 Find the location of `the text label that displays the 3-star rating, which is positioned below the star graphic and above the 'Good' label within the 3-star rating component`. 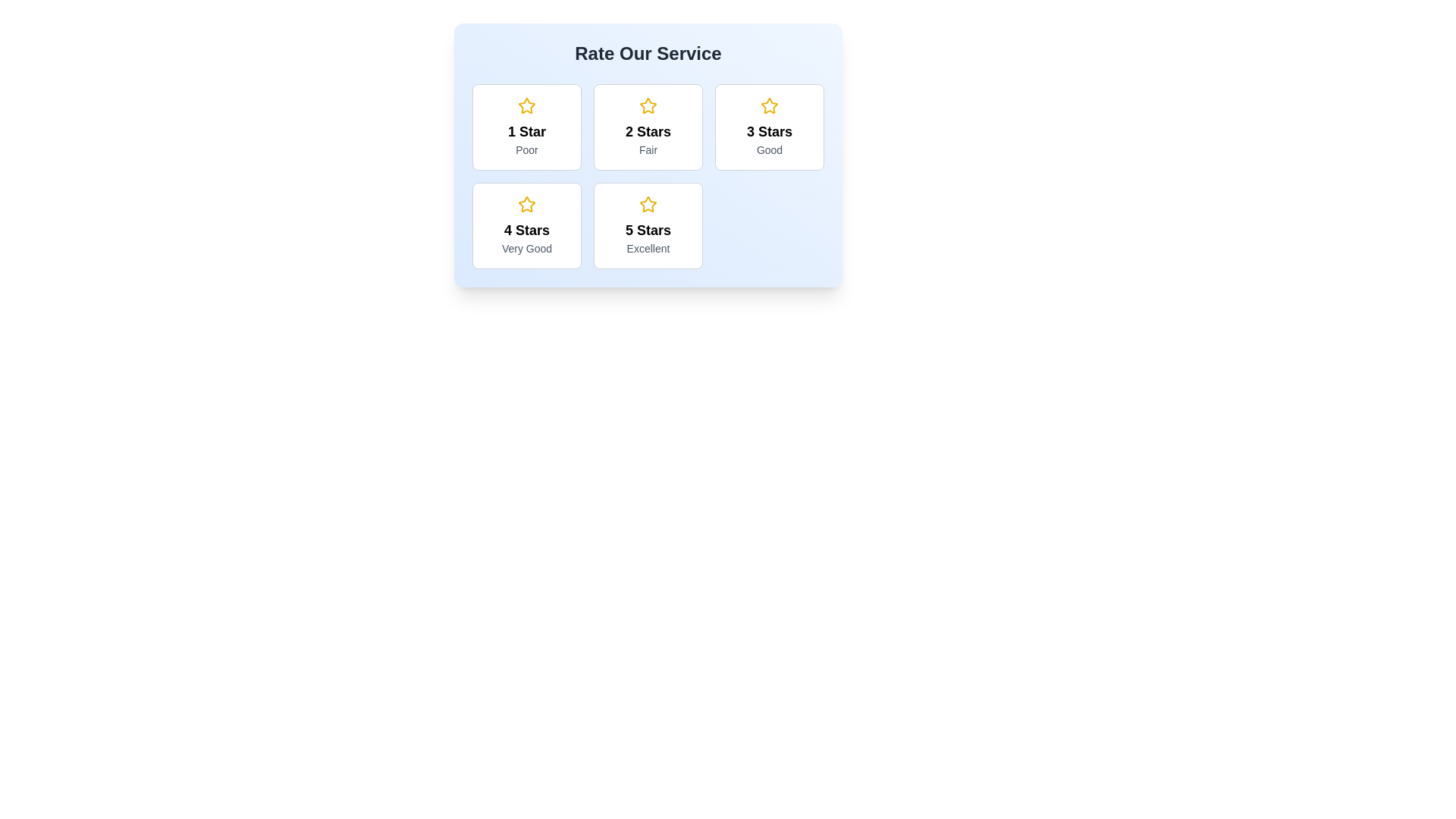

the text label that displays the 3-star rating, which is positioned below the star graphic and above the 'Good' label within the 3-star rating component is located at coordinates (769, 130).